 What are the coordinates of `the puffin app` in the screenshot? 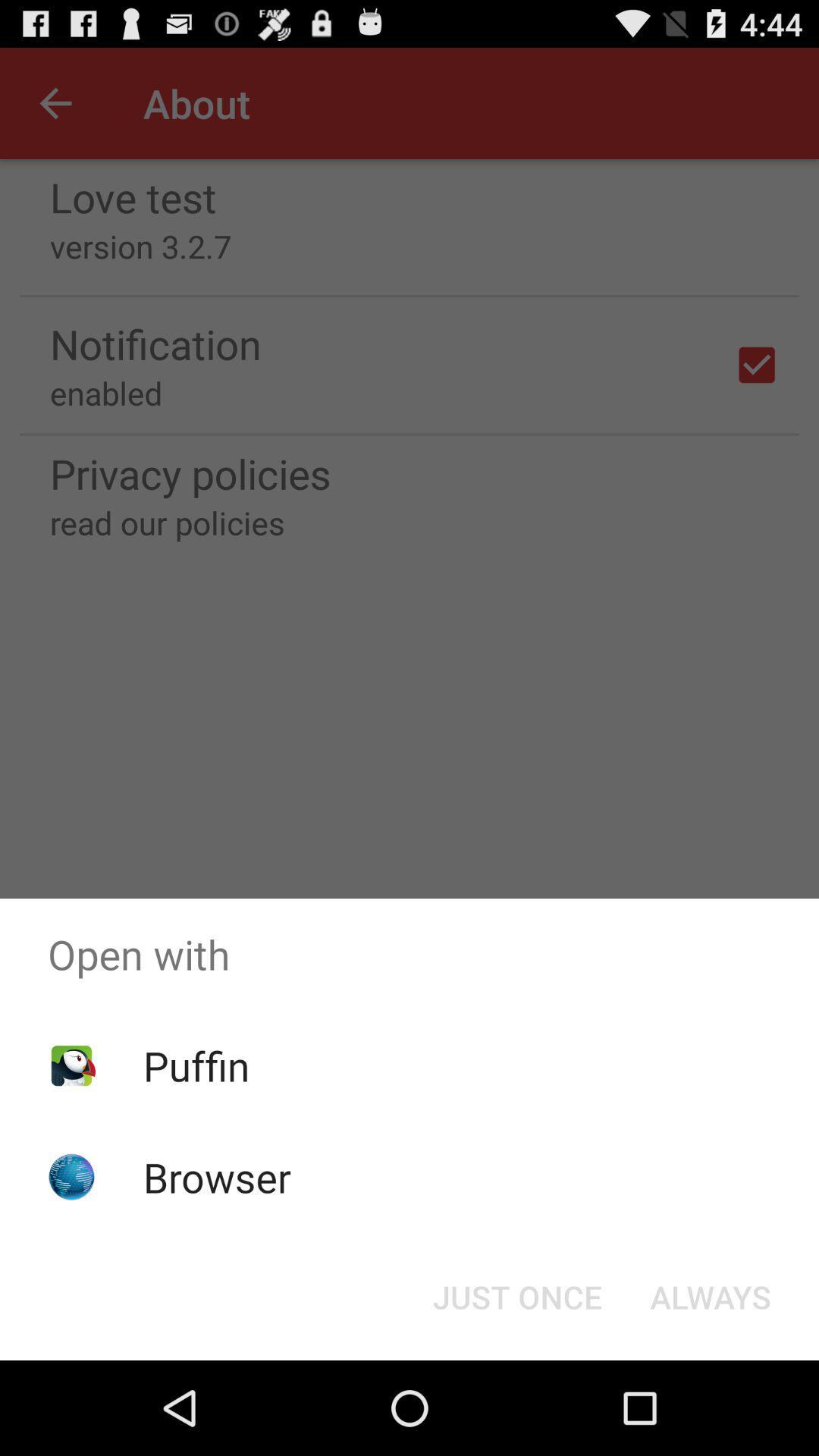 It's located at (196, 1065).